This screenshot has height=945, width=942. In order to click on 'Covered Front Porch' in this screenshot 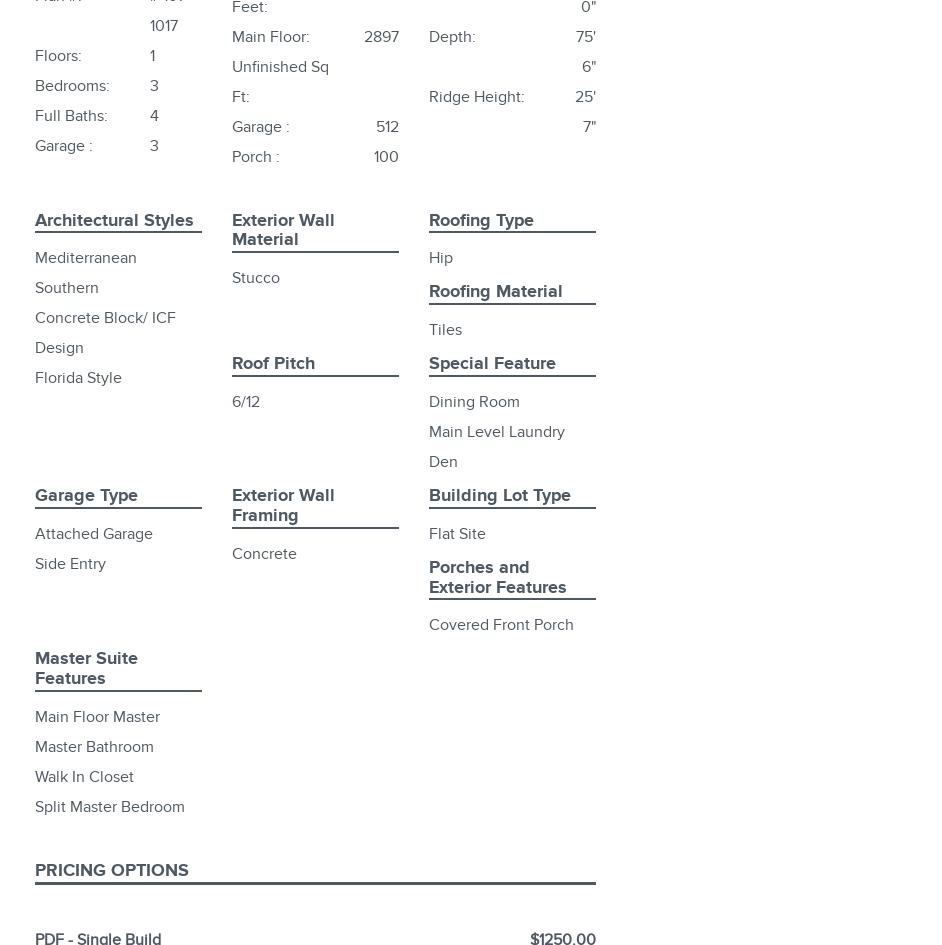, I will do `click(501, 624)`.